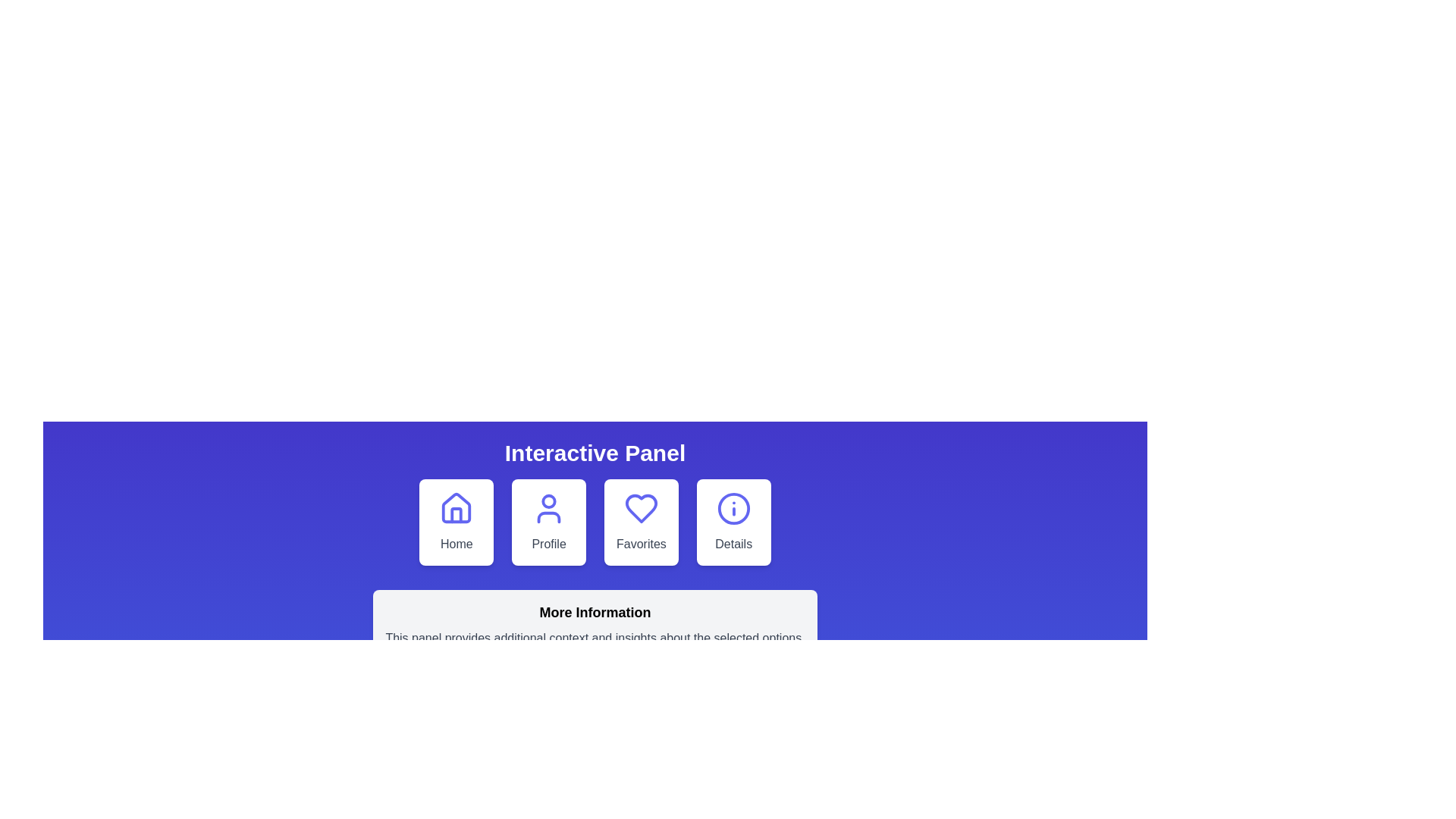 The image size is (1456, 819). What do you see at coordinates (548, 509) in the screenshot?
I see `the circular indigo avatar icon located in the second card from the left in the row of interactive options` at bounding box center [548, 509].